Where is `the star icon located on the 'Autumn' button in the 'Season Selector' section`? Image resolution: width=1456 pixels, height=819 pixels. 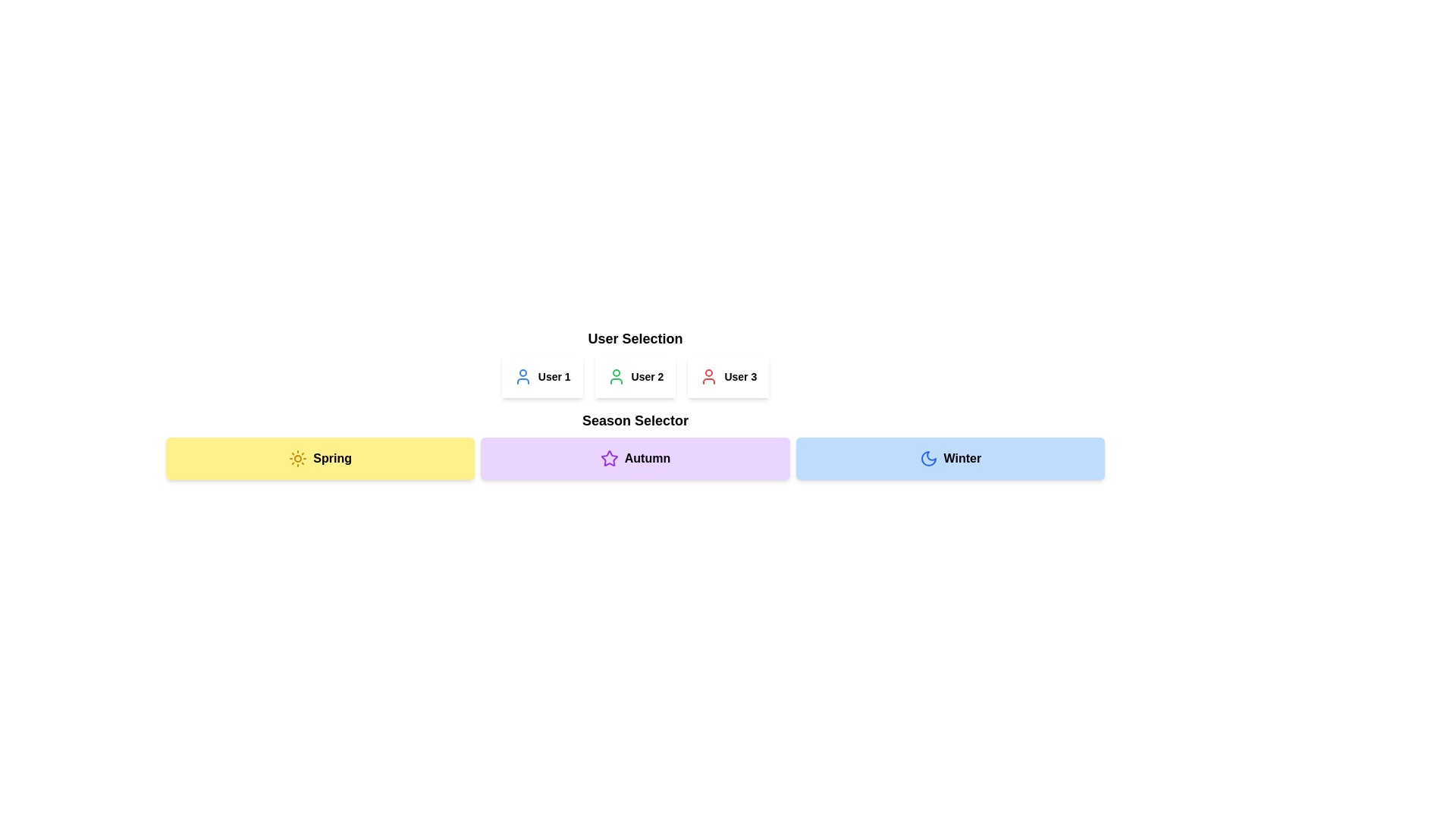 the star icon located on the 'Autumn' button in the 'Season Selector' section is located at coordinates (609, 457).